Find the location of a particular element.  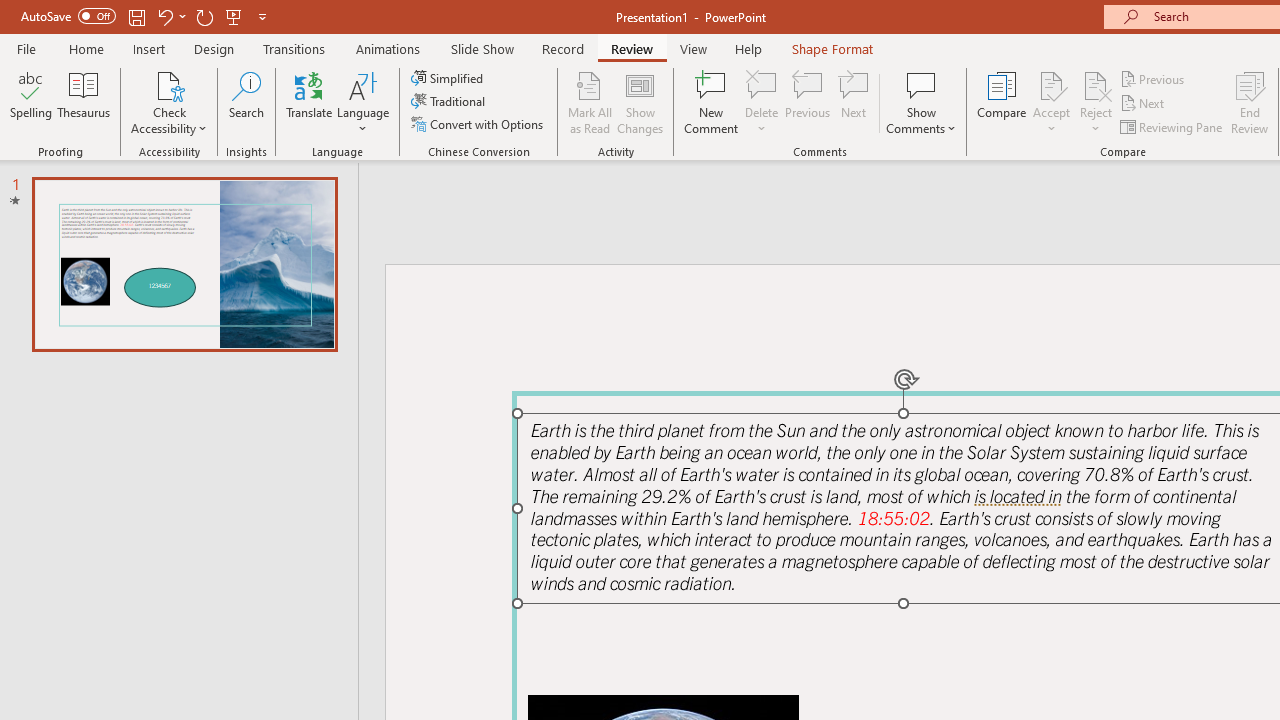

'Reviewing Pane' is located at coordinates (1173, 127).